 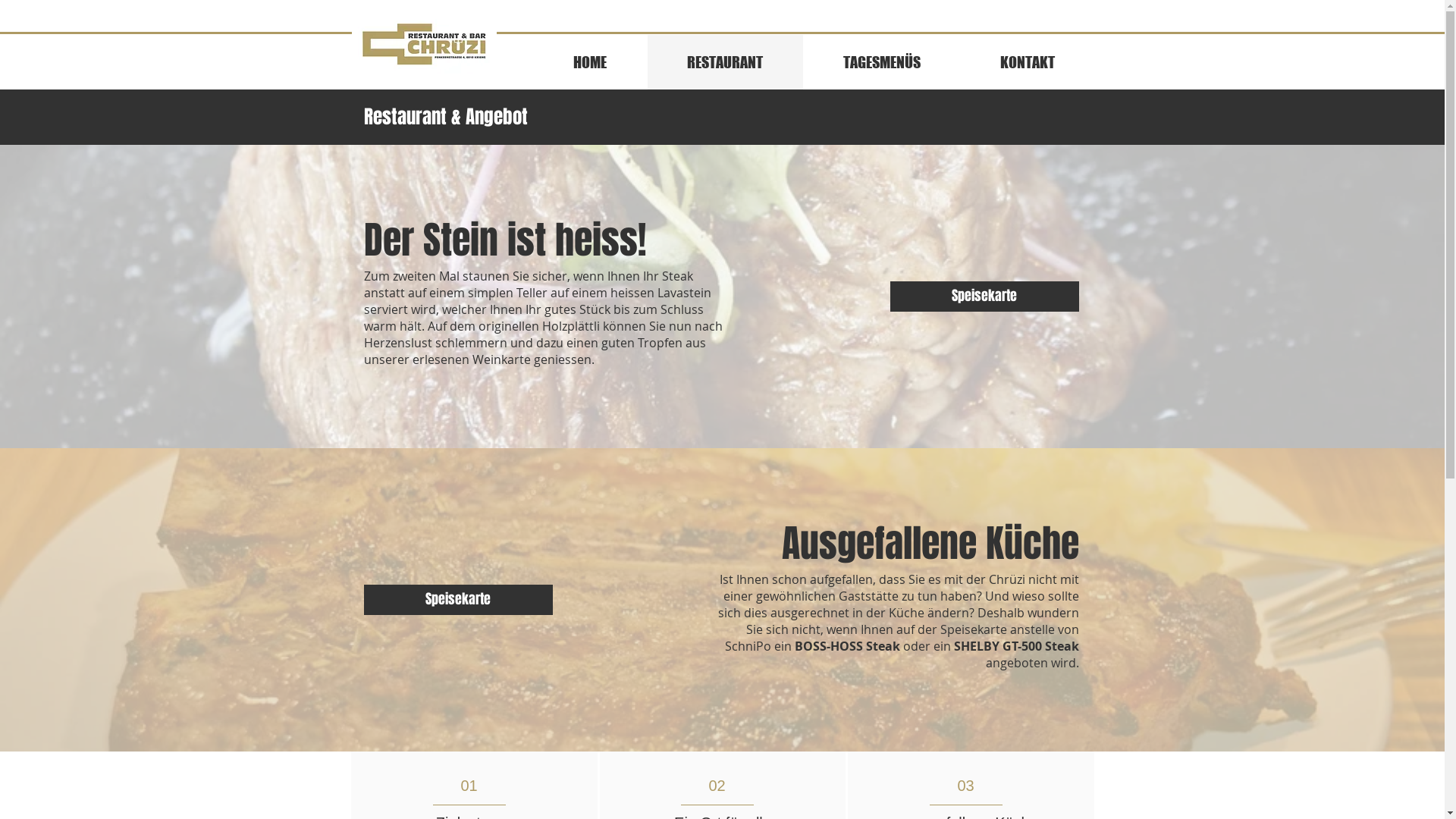 I want to click on 'RESTAURANT', so click(x=645, y=61).